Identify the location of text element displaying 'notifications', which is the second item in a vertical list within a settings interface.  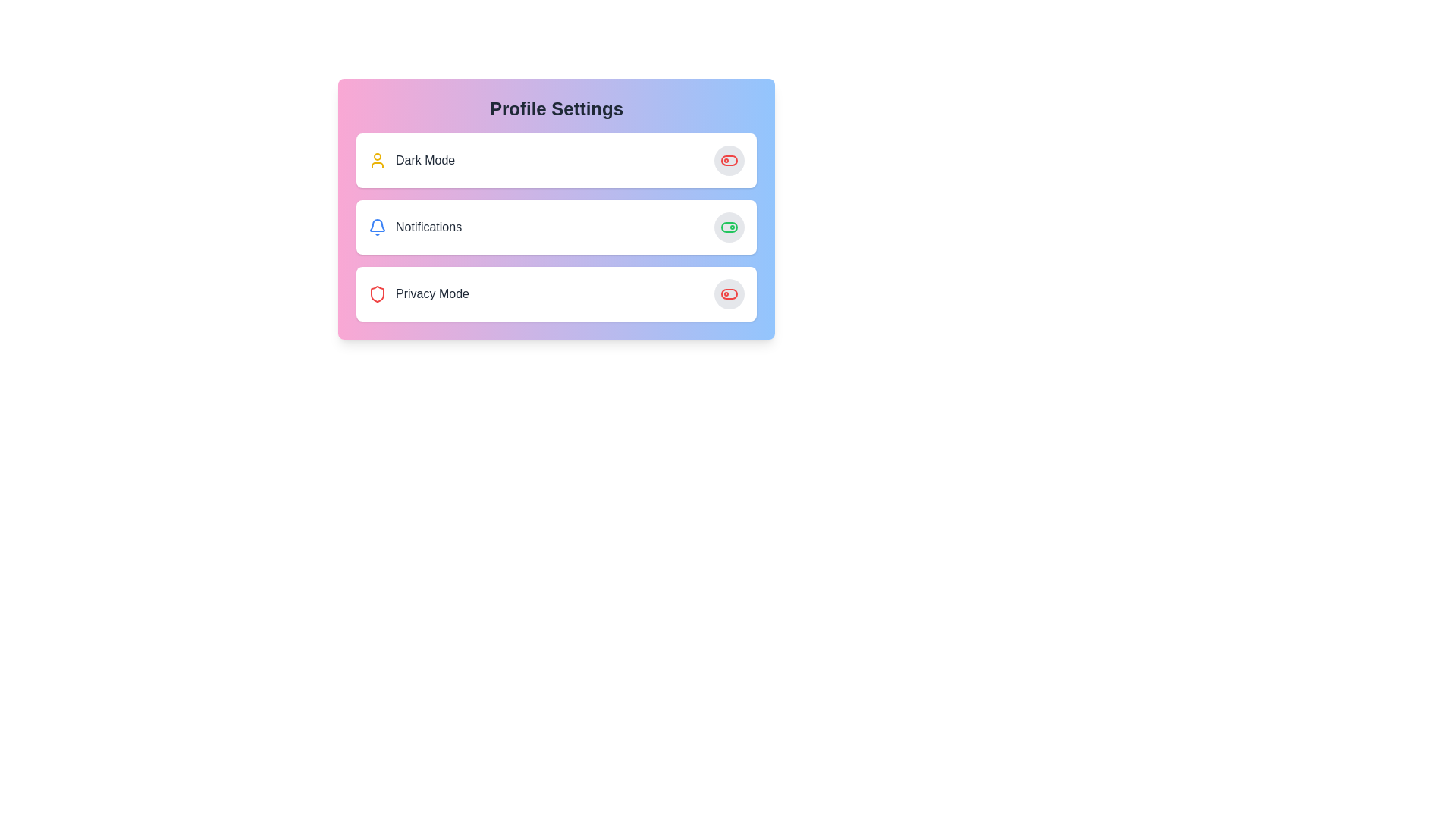
(428, 227).